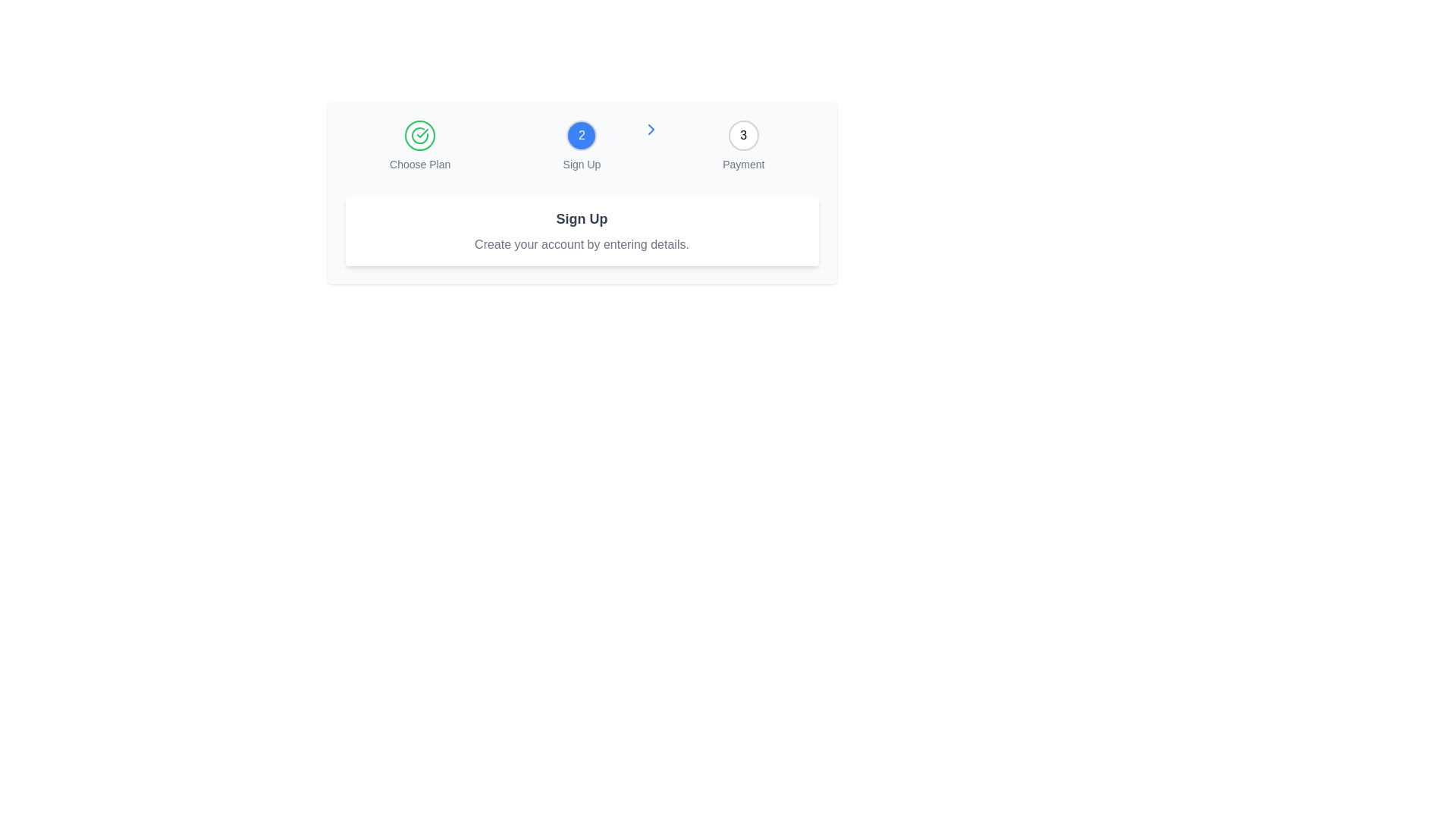 The image size is (1456, 819). I want to click on the green checkmark icon indicating the completion of the 'Choose Plan' step in the navigation bar, so click(422, 133).